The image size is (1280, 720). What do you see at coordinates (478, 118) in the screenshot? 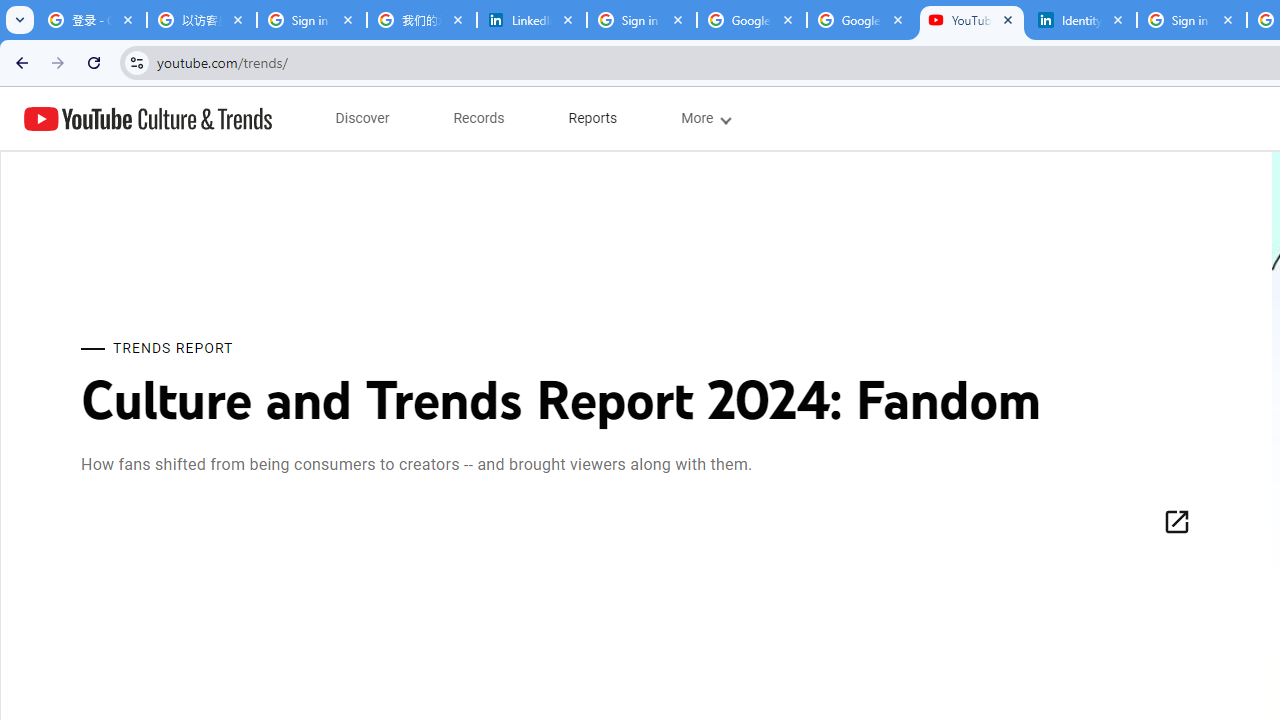
I see `'subnav-Records menupopup'` at bounding box center [478, 118].